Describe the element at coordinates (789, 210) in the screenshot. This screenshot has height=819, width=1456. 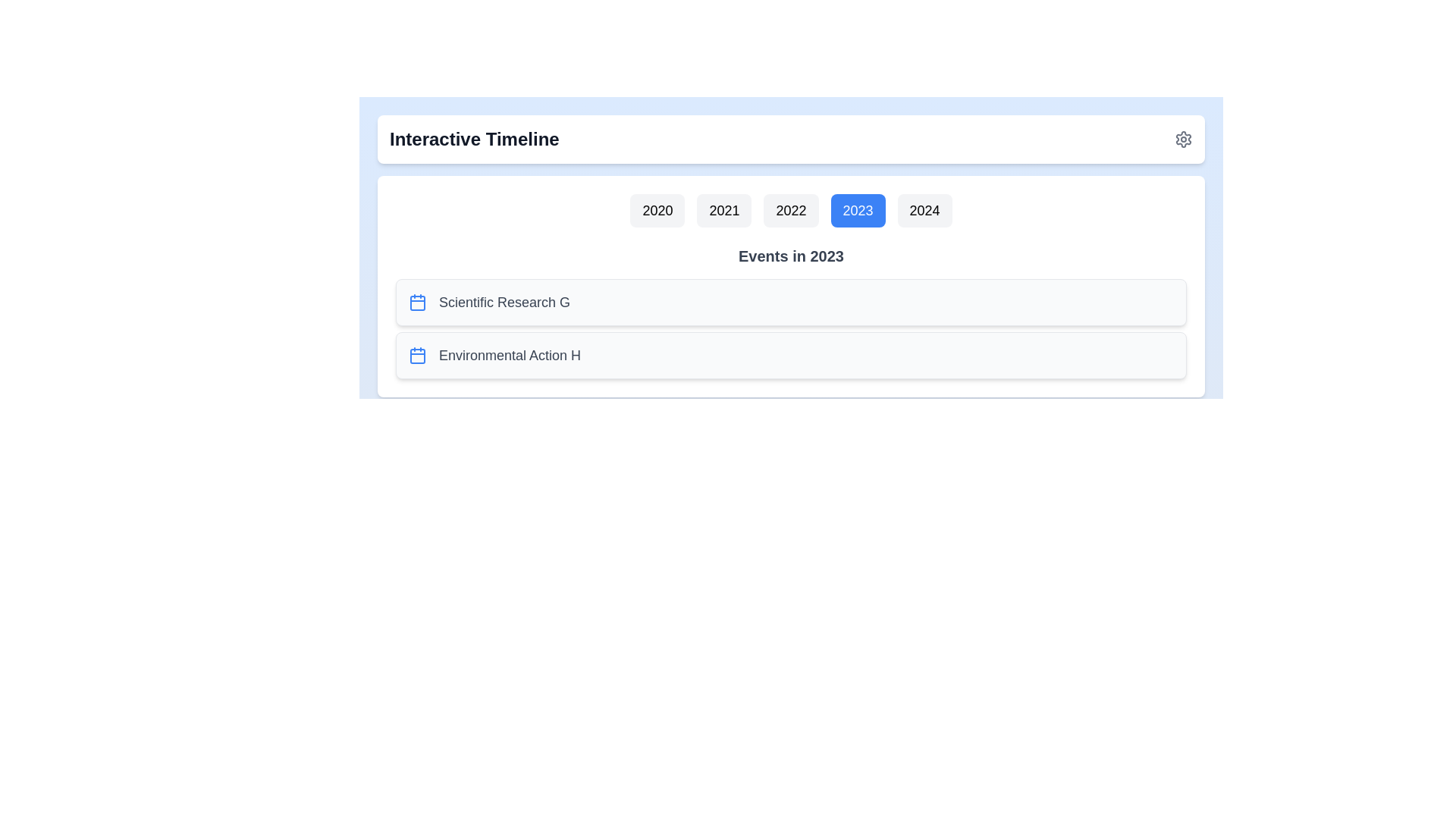
I see `the year button labeled 2022 to select it` at that location.